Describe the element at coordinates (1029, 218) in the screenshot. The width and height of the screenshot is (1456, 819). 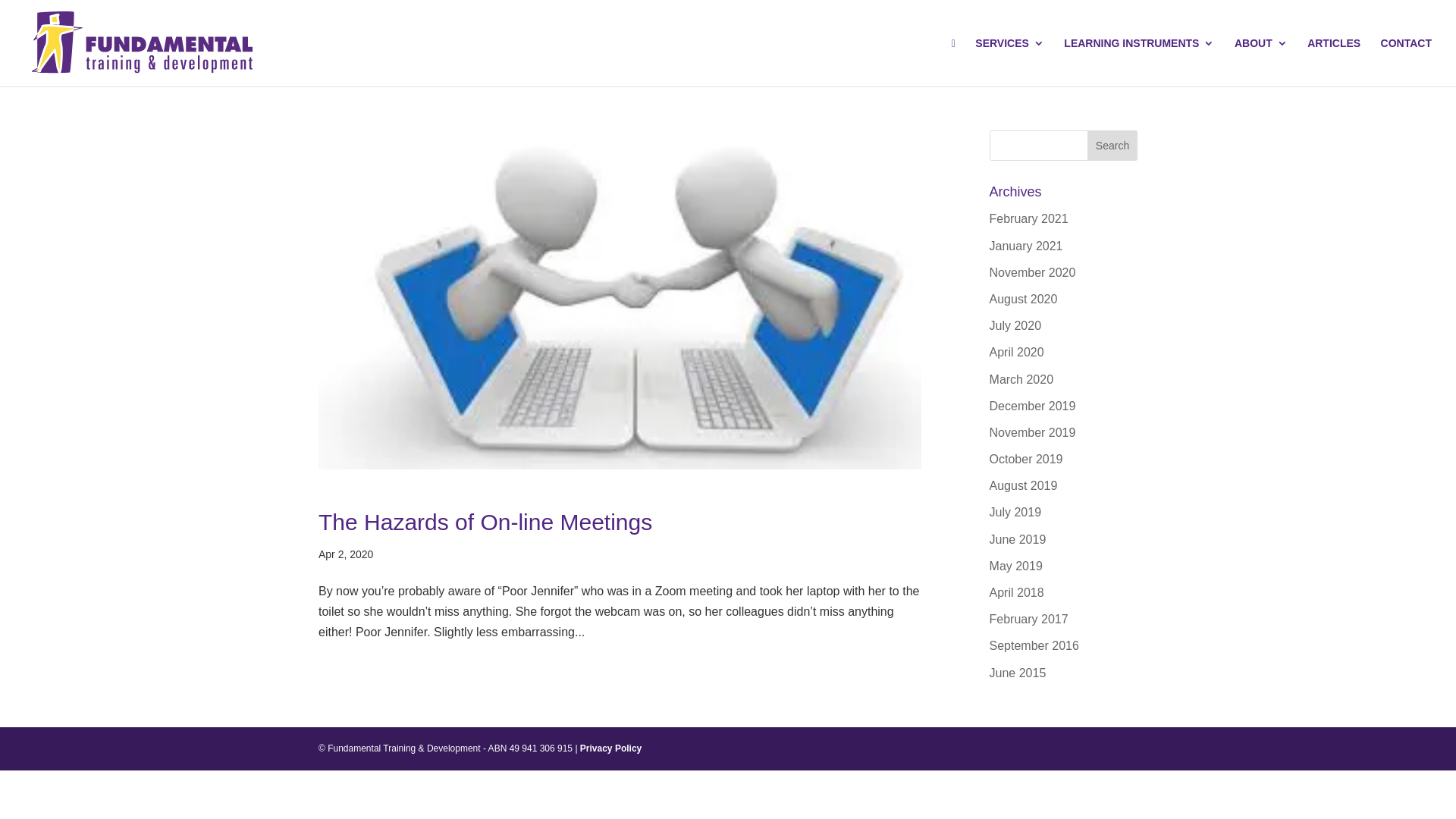
I see `'February 2021'` at that location.